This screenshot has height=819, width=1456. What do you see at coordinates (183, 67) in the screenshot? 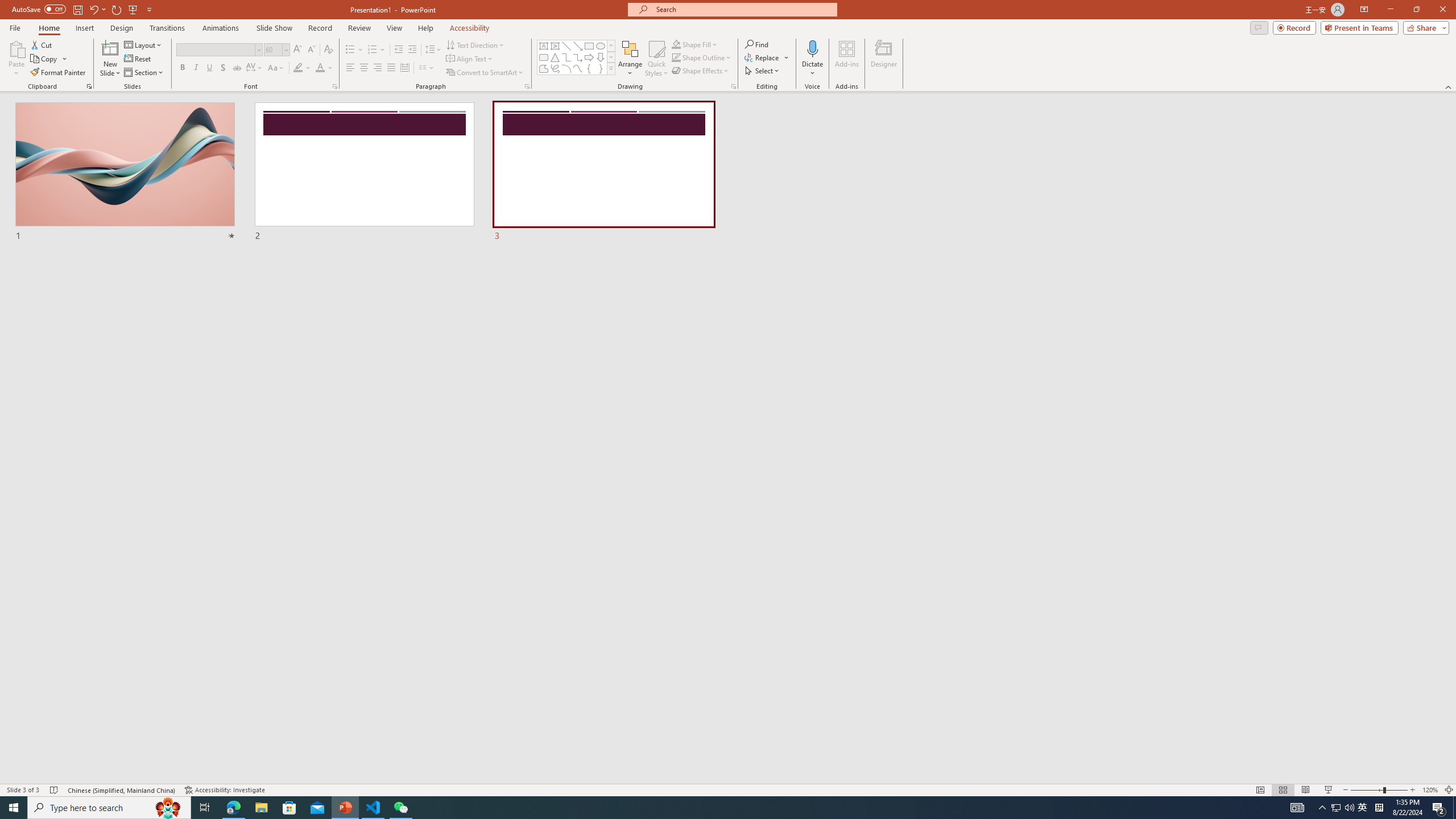
I see `'Bold'` at bounding box center [183, 67].